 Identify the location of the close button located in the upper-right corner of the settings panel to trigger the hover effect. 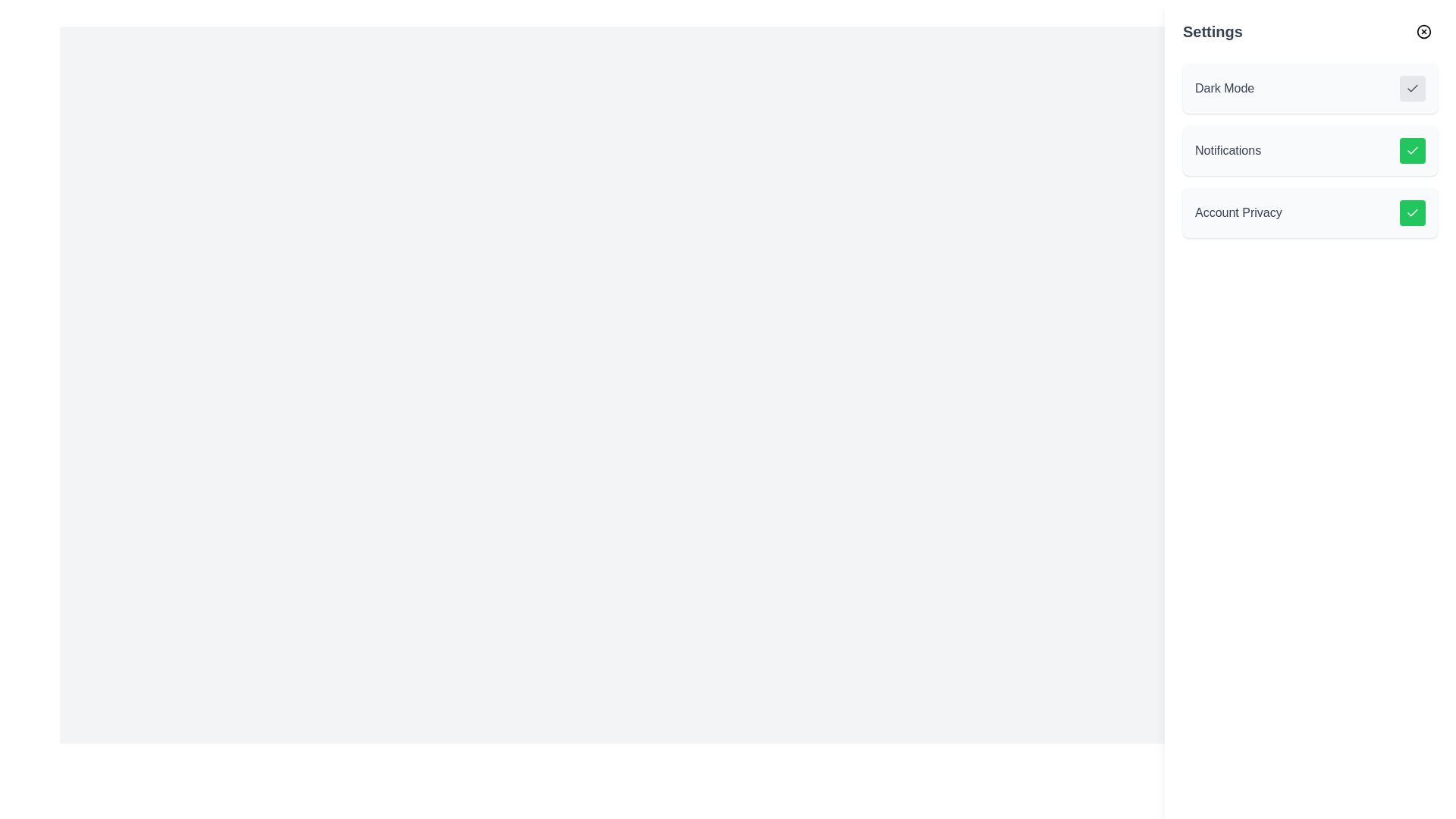
(1423, 32).